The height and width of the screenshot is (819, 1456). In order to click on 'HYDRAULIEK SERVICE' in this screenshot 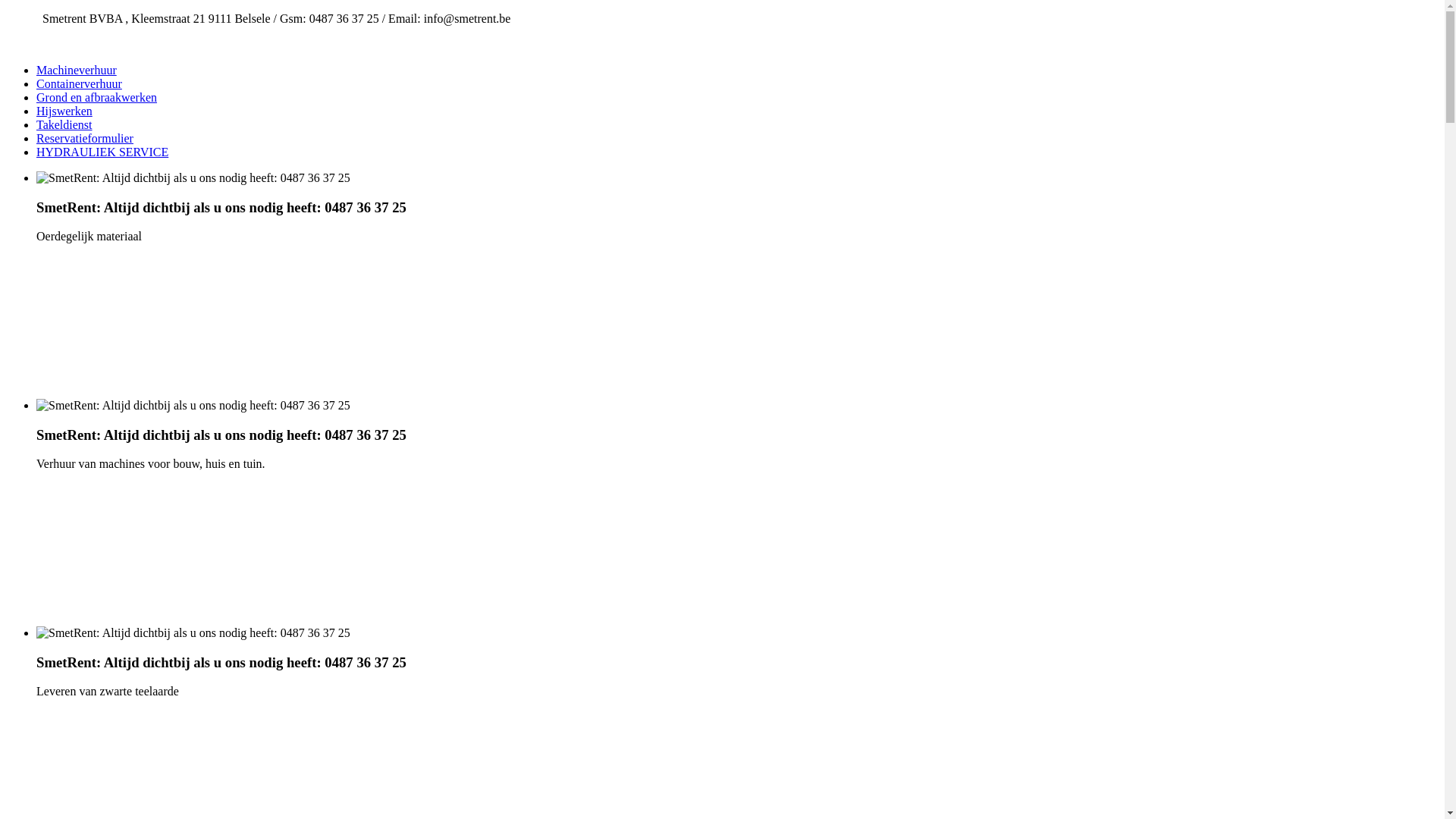, I will do `click(101, 152)`.